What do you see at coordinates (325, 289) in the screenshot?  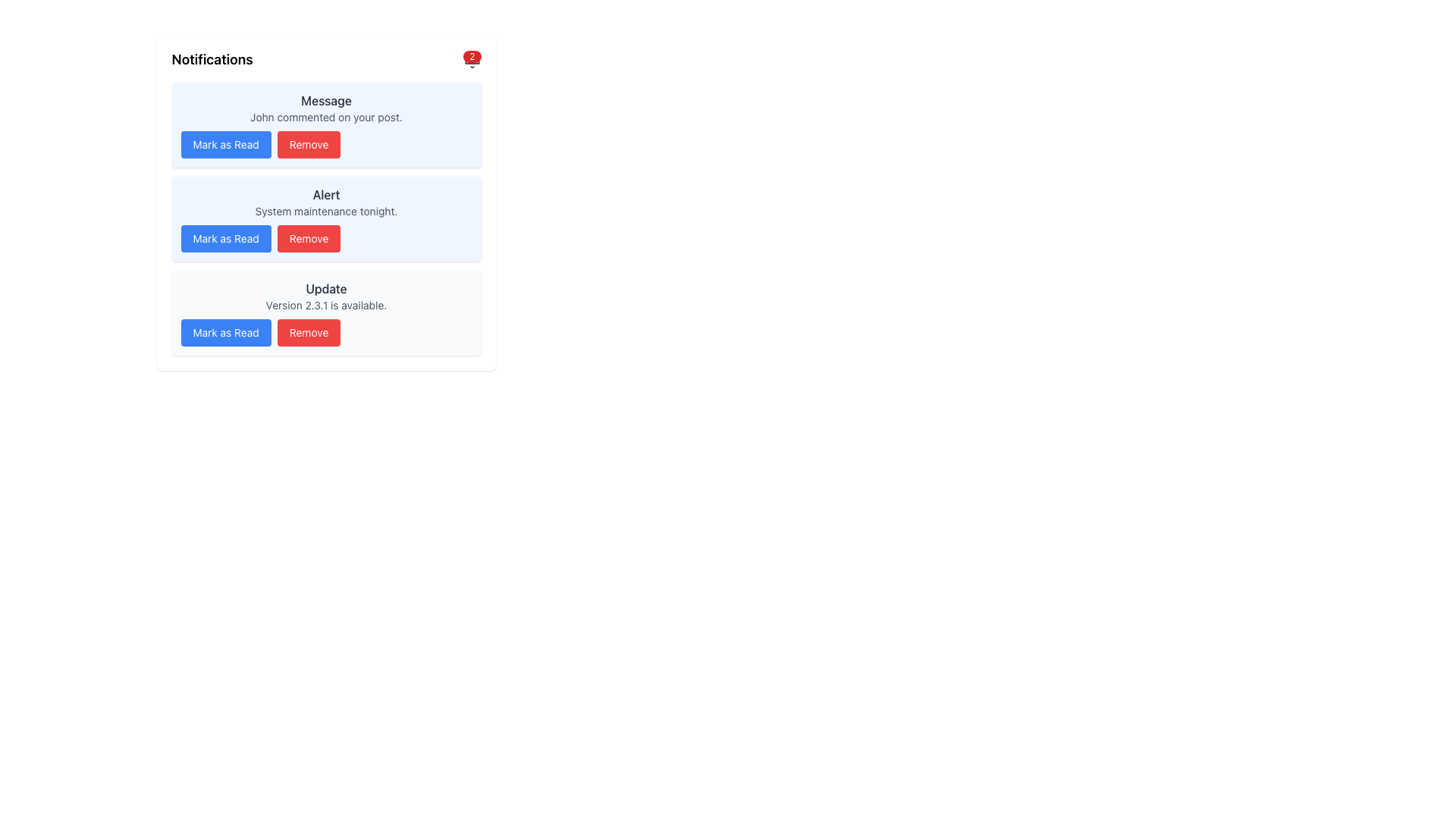 I see `the 'Update' text label within the 'Notifications' context box, which is styled with a medium font weight and dark gray color` at bounding box center [325, 289].